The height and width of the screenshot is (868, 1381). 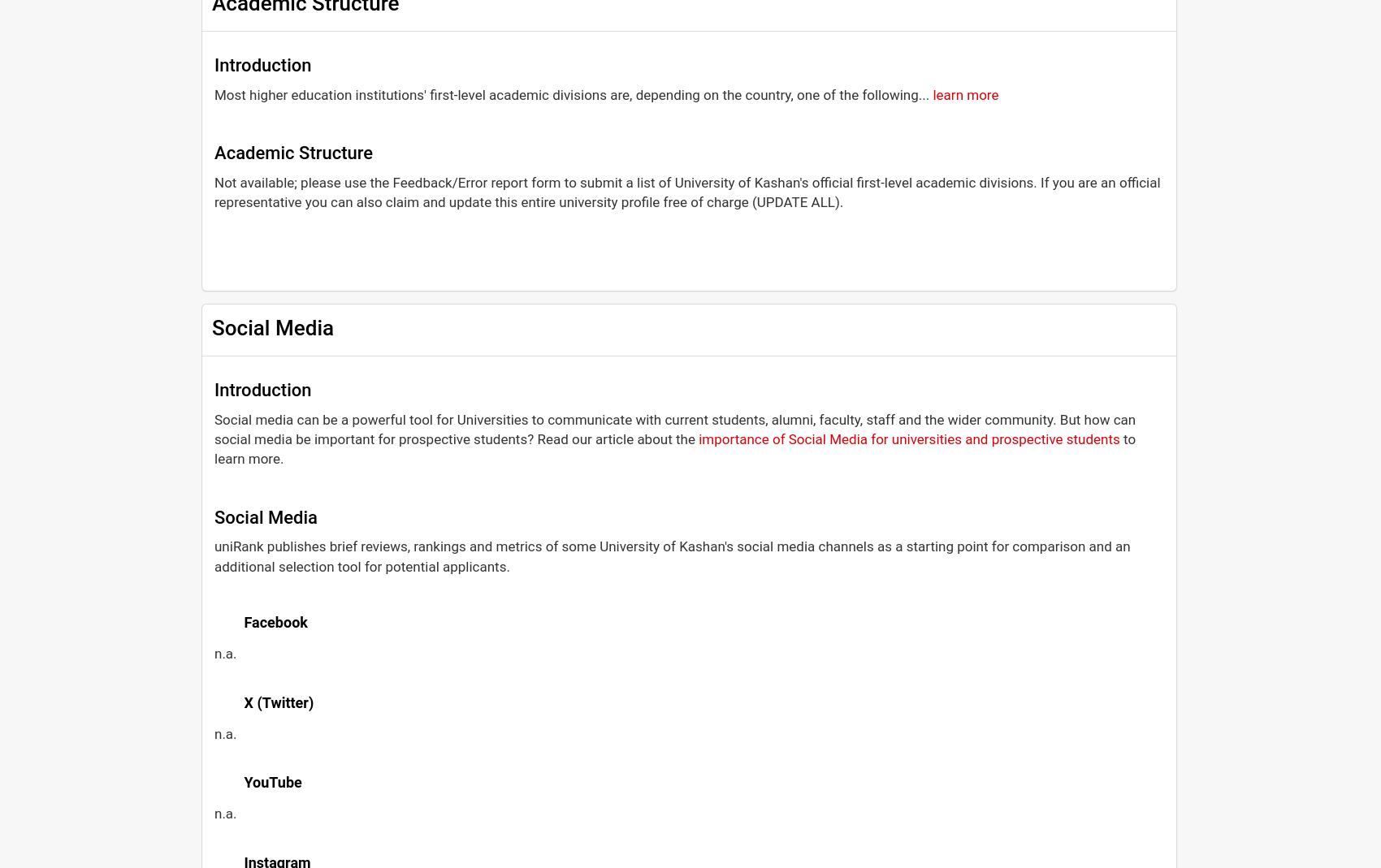 What do you see at coordinates (964, 93) in the screenshot?
I see `'learn more'` at bounding box center [964, 93].